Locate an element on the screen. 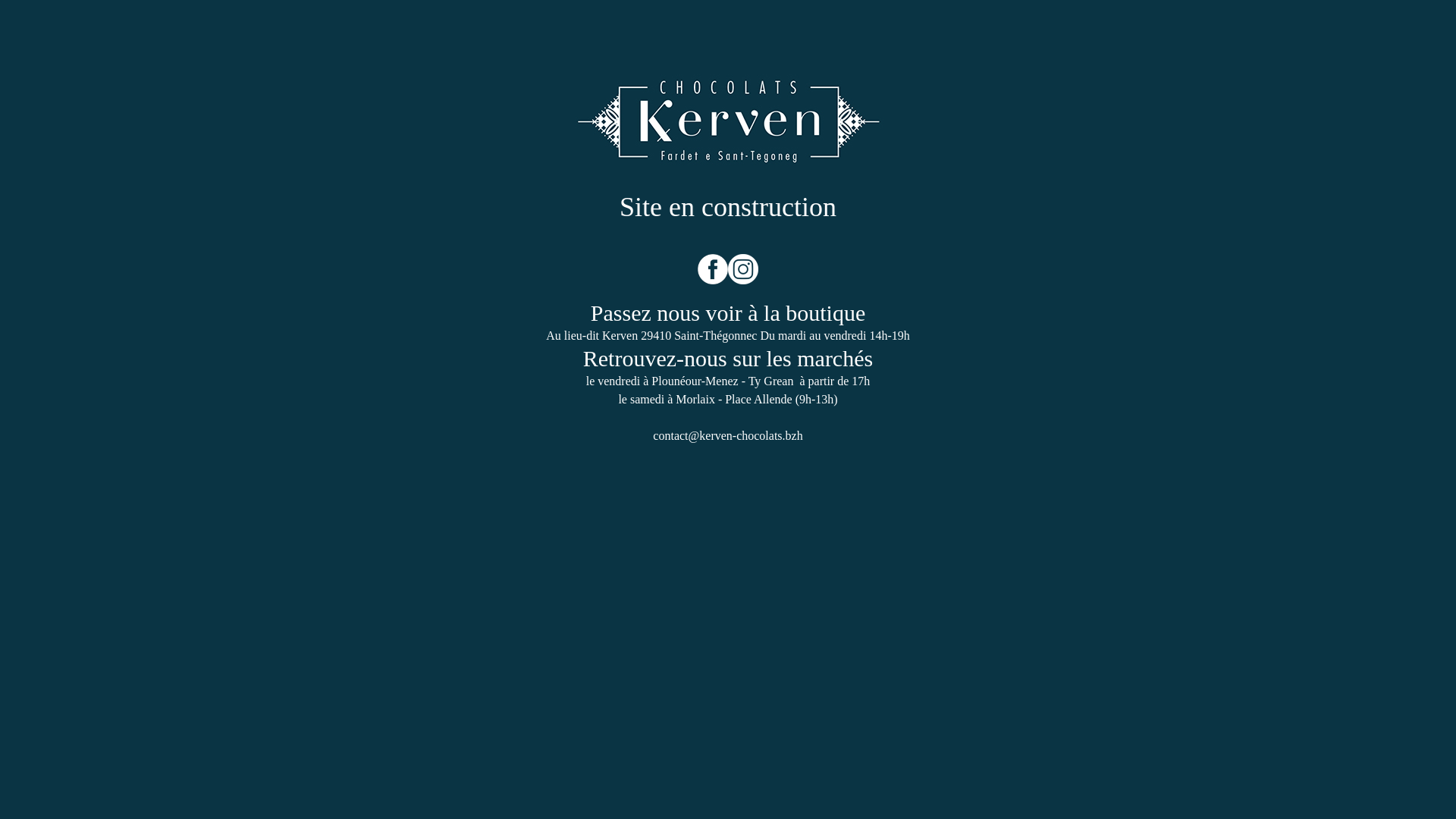 The width and height of the screenshot is (1456, 819). 'contact@kerven-chocolats.bzh' is located at coordinates (726, 435).